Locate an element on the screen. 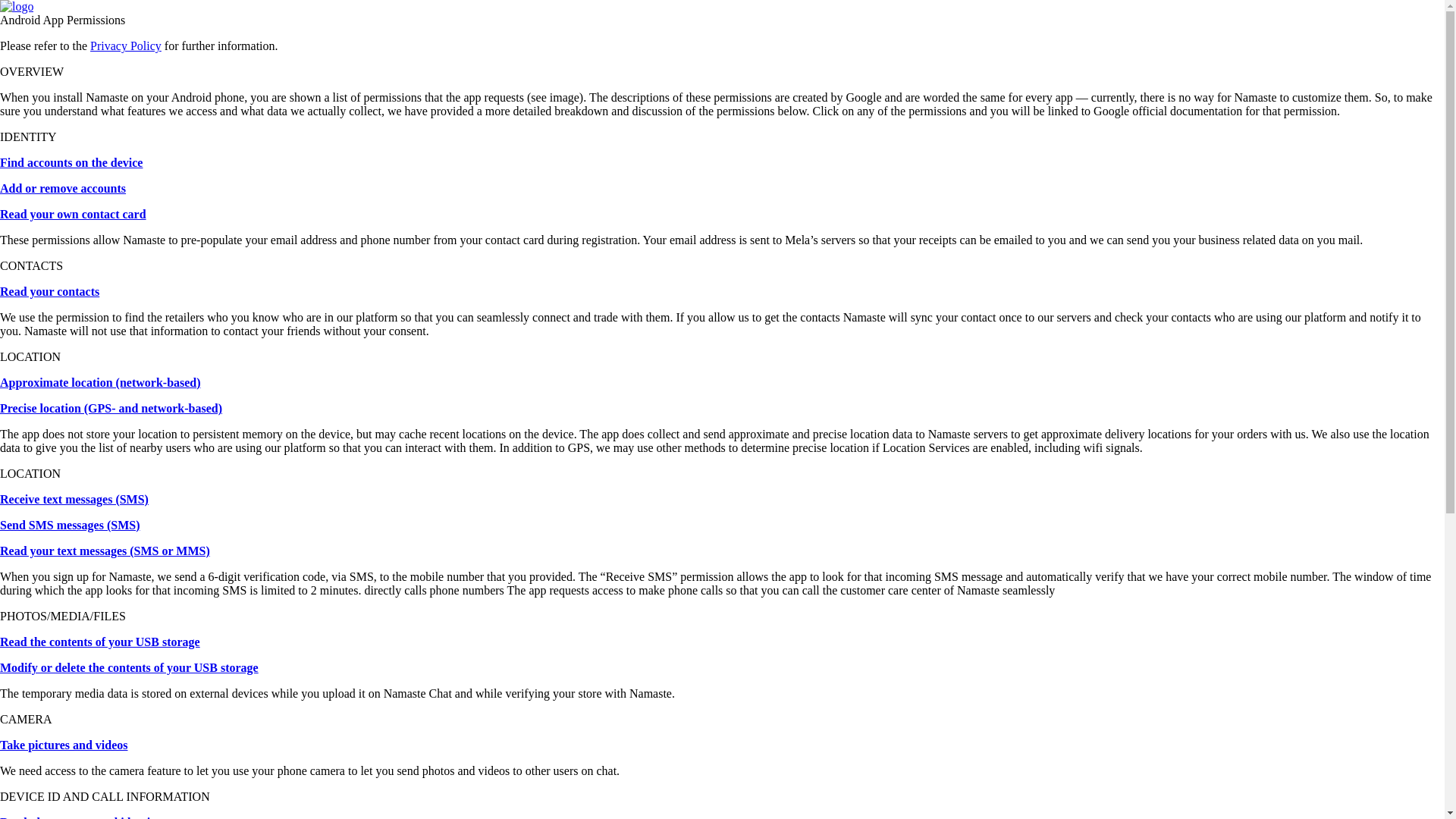  'Approximate location (network-based)' is located at coordinates (99, 381).